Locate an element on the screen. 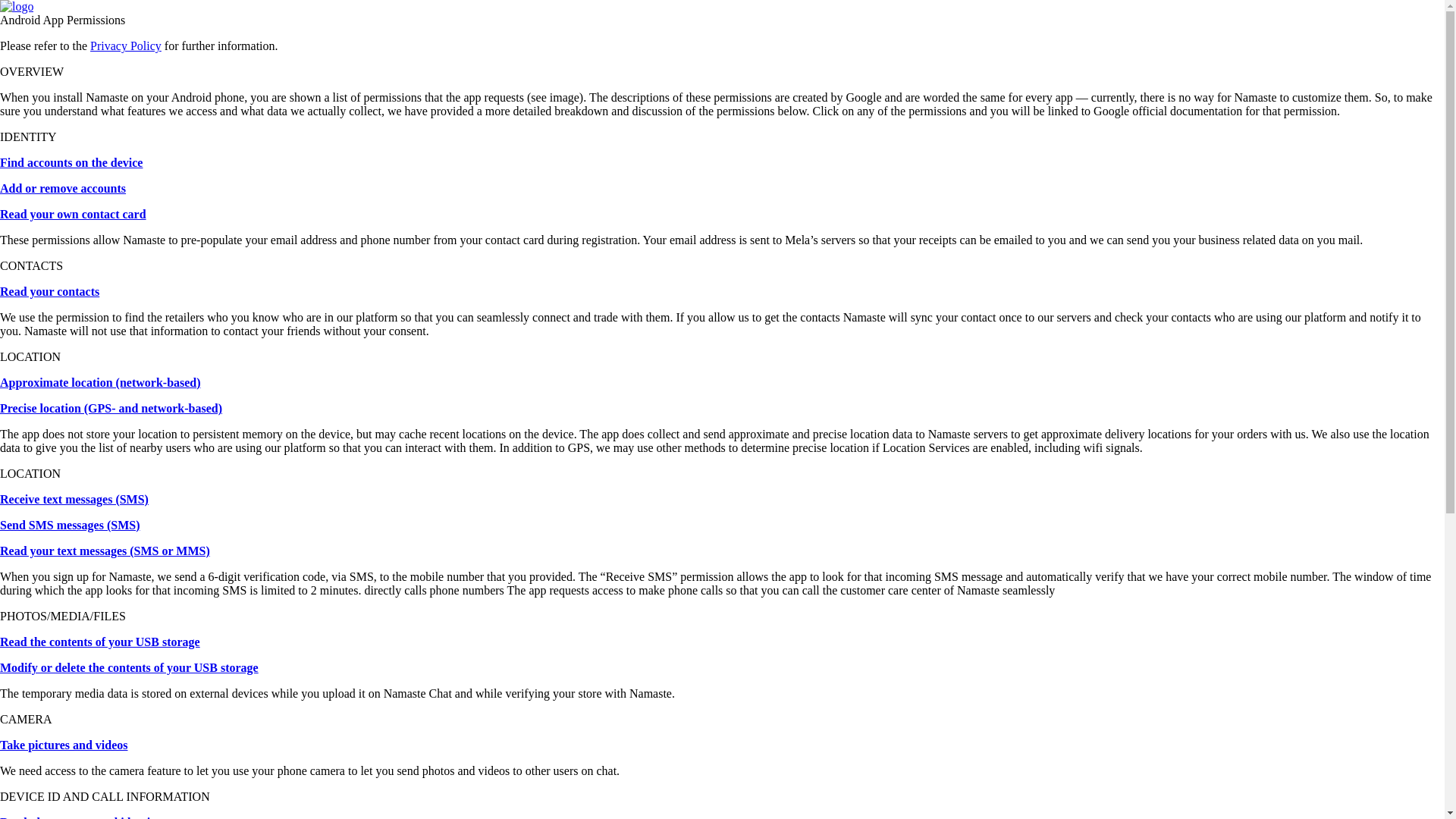  'Approximate location (network-based)' is located at coordinates (99, 381).